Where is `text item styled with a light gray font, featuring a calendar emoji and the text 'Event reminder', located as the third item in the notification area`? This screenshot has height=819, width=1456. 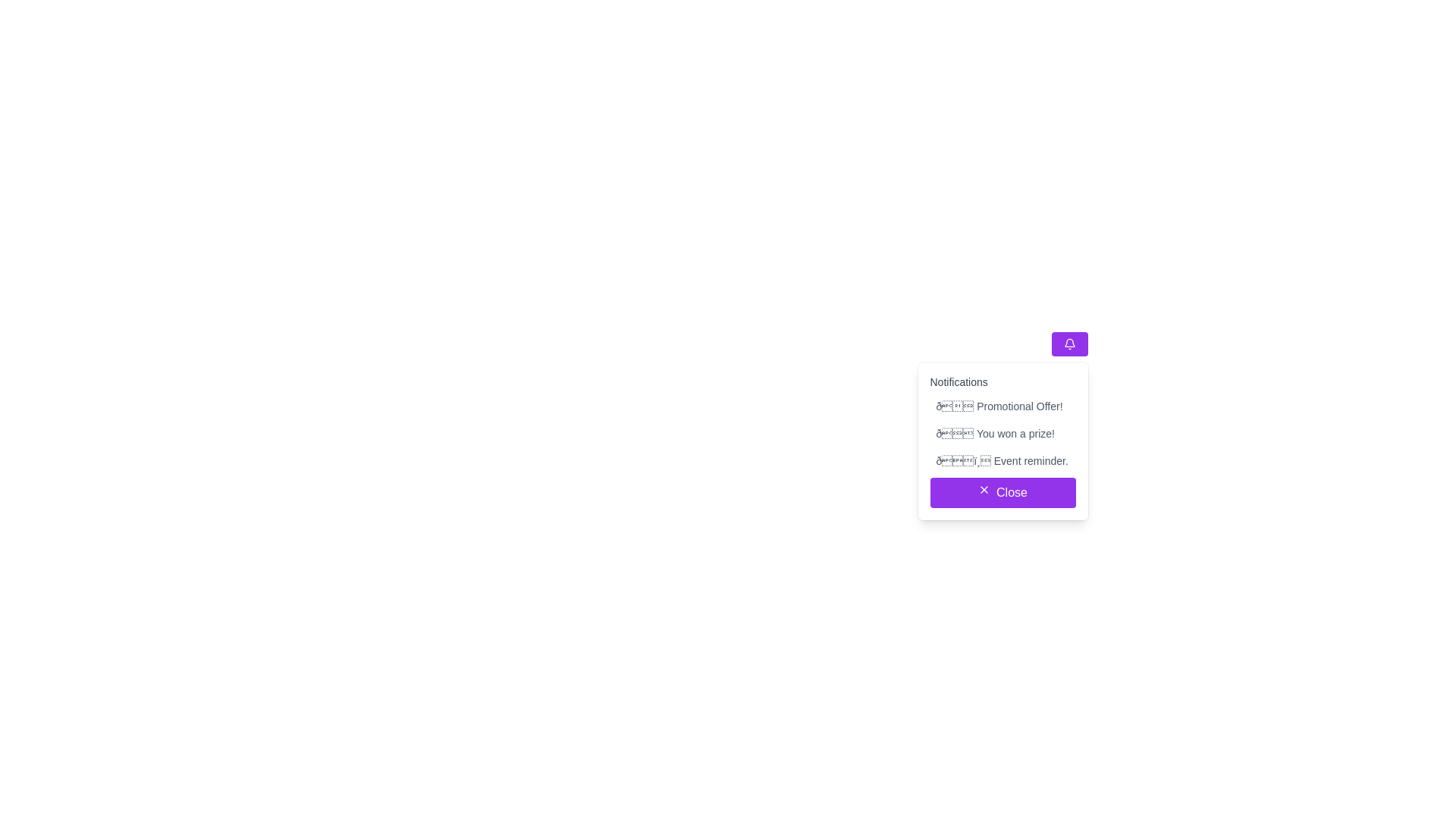
text item styled with a light gray font, featuring a calendar emoji and the text 'Event reminder', located as the third item in the notification area is located at coordinates (1003, 460).